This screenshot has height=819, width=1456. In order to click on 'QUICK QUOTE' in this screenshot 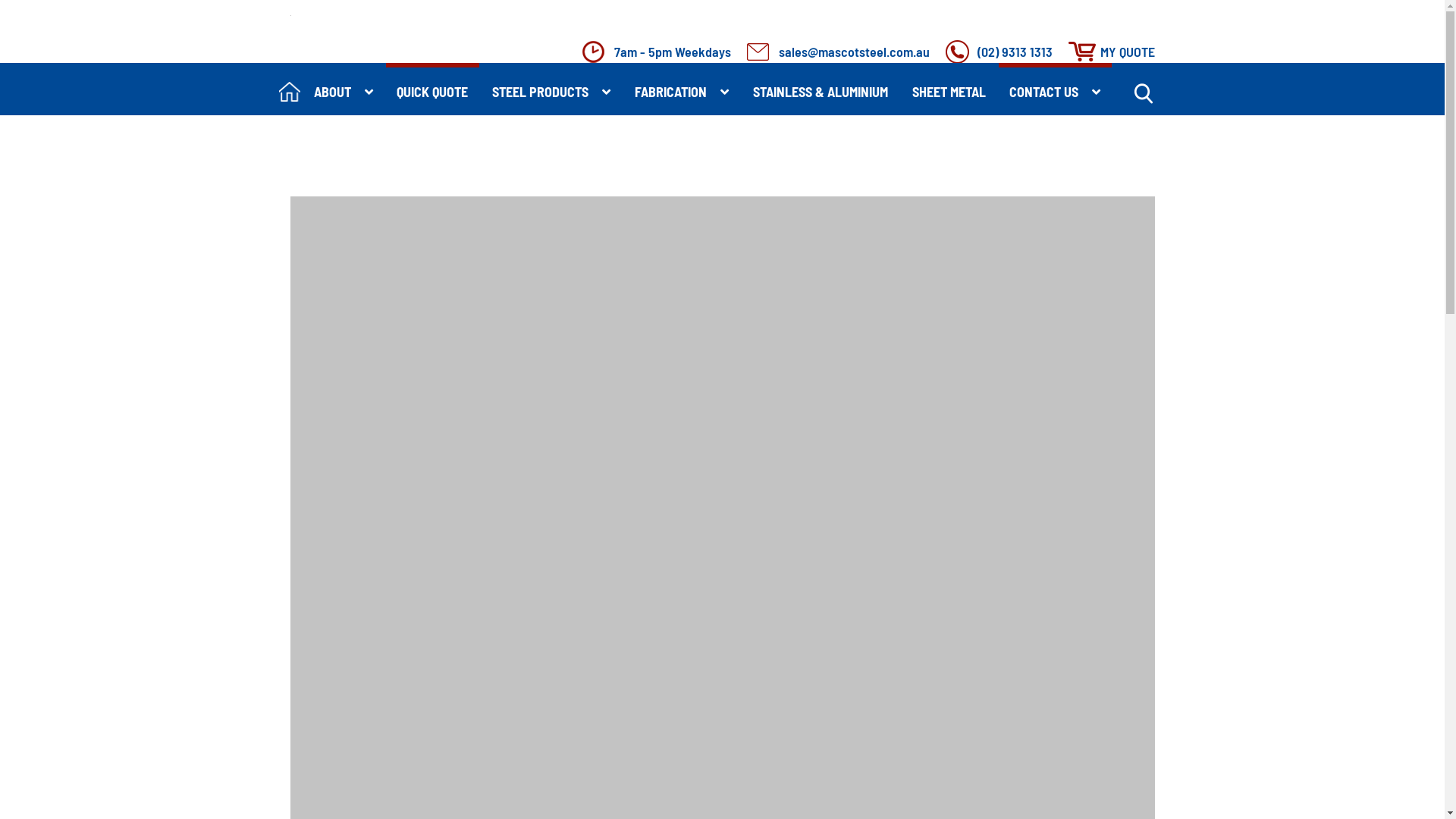, I will do `click(431, 89)`.